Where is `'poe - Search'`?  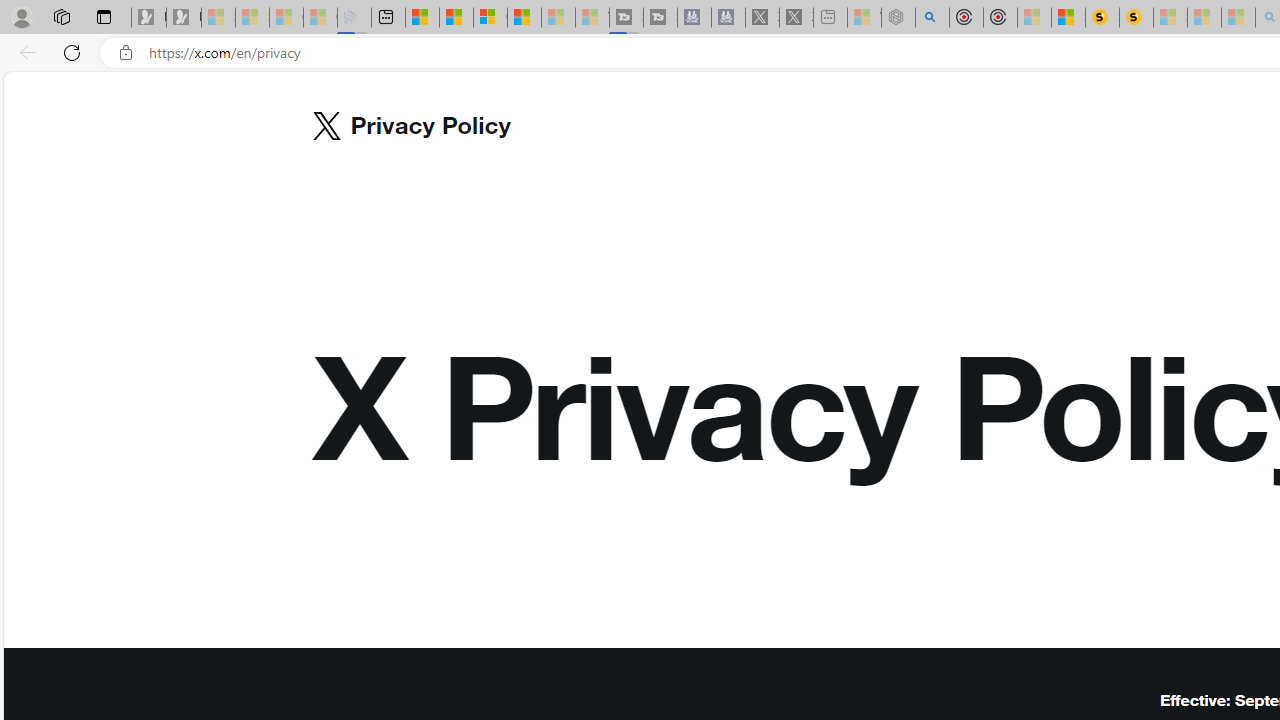 'poe - Search' is located at coordinates (931, 17).